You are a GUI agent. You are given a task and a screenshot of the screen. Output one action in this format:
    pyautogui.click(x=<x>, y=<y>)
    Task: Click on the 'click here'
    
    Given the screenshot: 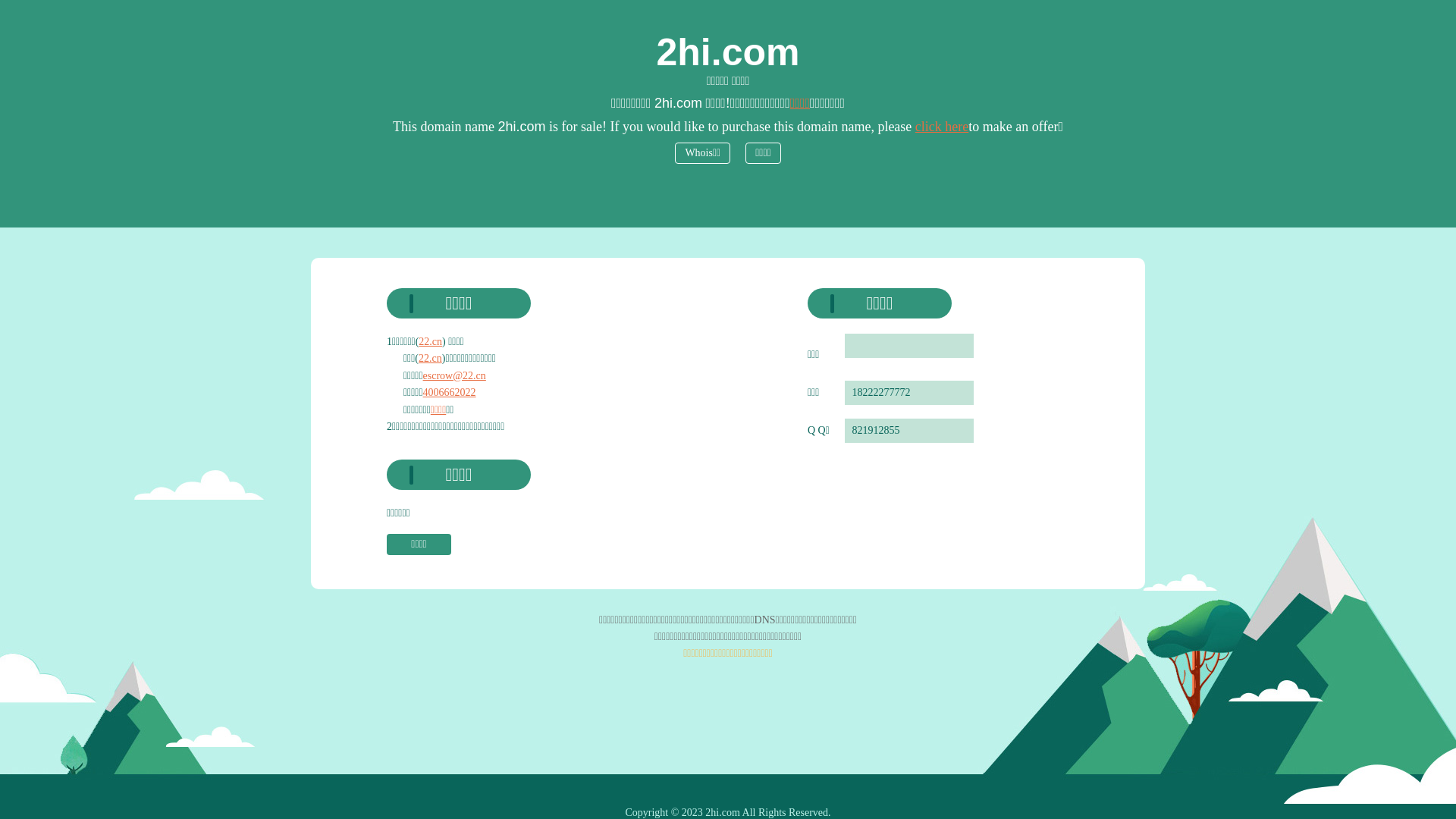 What is the action you would take?
    pyautogui.click(x=941, y=125)
    